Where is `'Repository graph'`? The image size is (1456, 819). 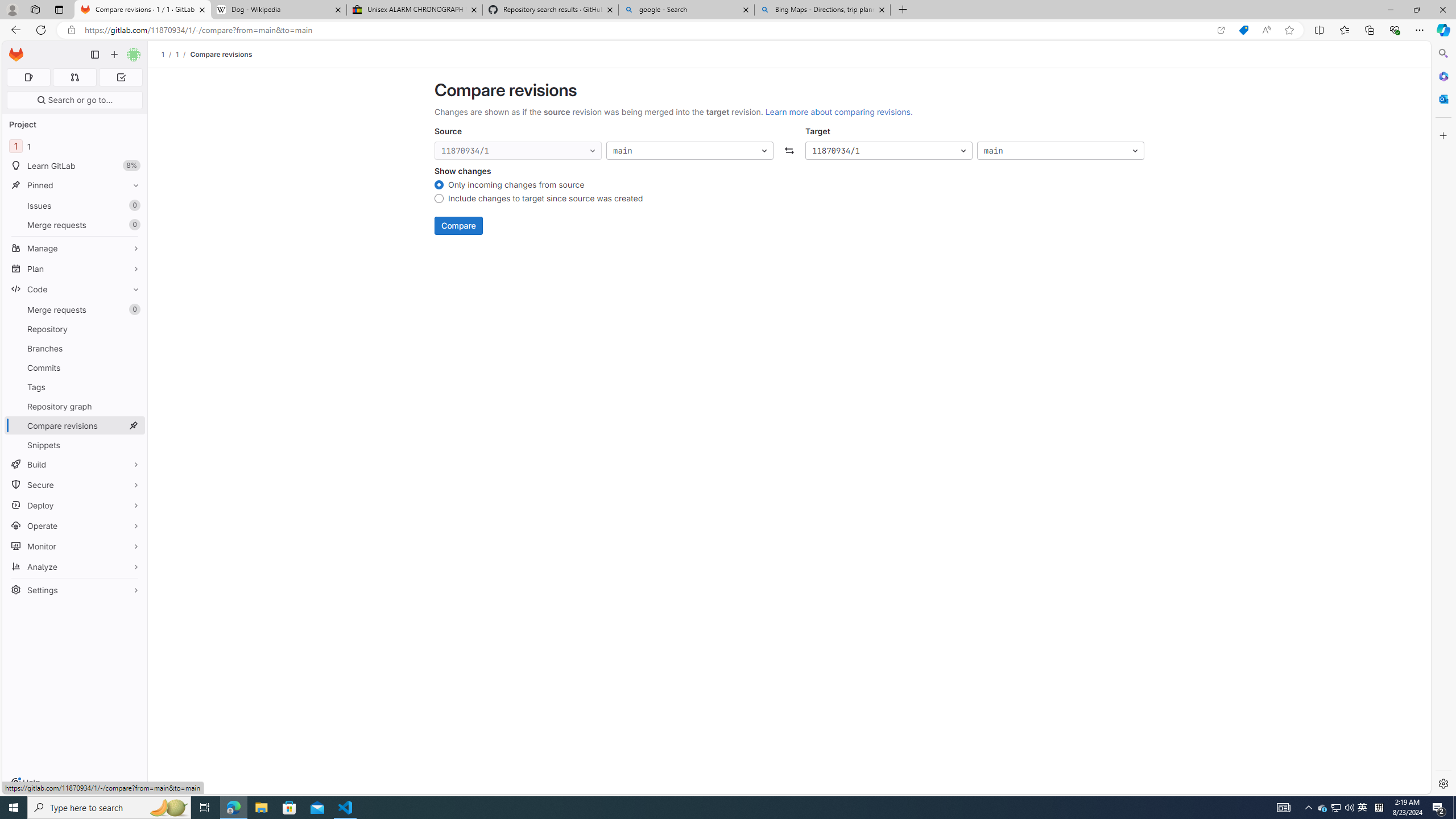 'Repository graph' is located at coordinates (74, 406).